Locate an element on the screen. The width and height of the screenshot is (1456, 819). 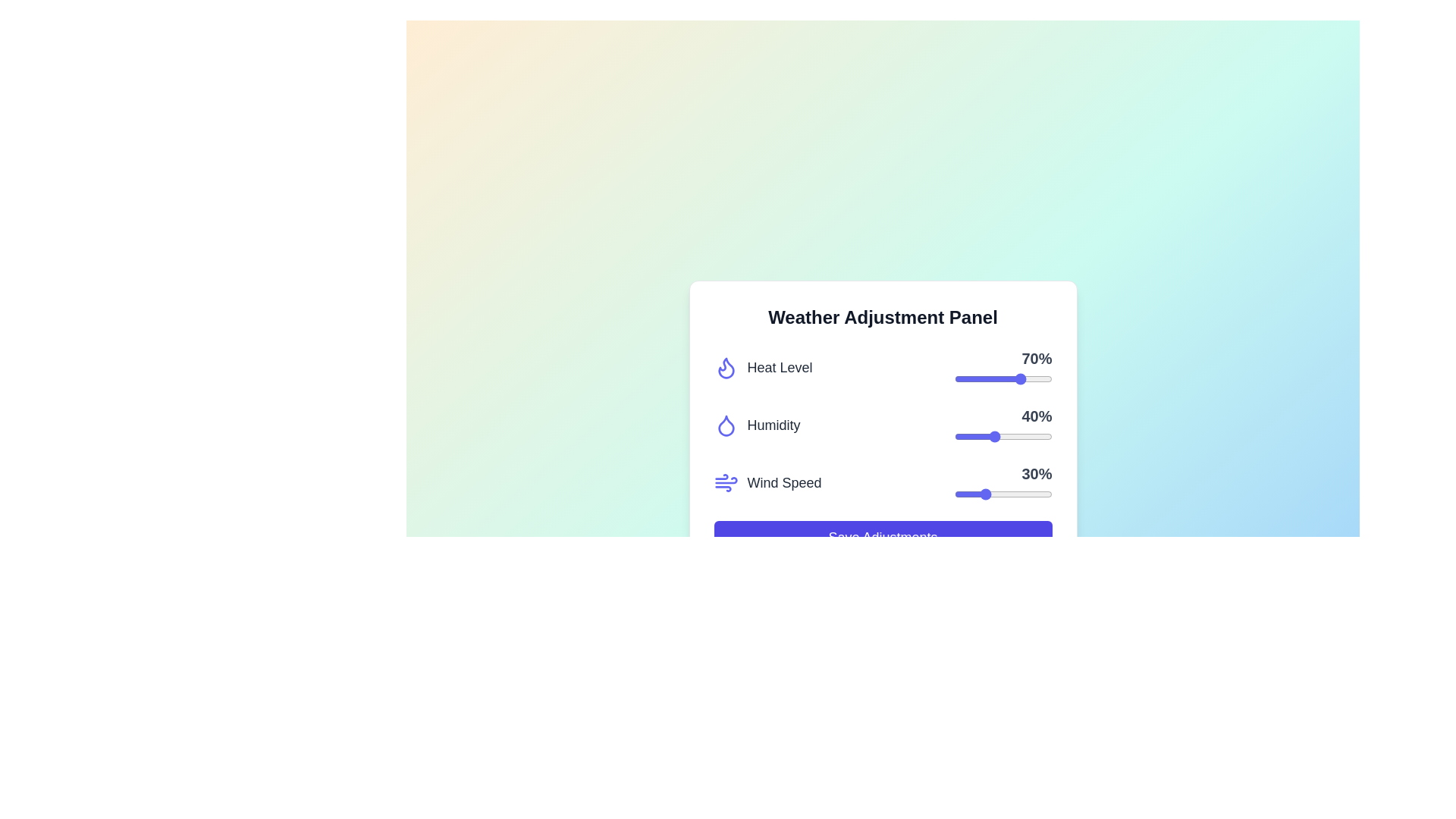
'Save Adjustments' button to save the current settings is located at coordinates (883, 537).